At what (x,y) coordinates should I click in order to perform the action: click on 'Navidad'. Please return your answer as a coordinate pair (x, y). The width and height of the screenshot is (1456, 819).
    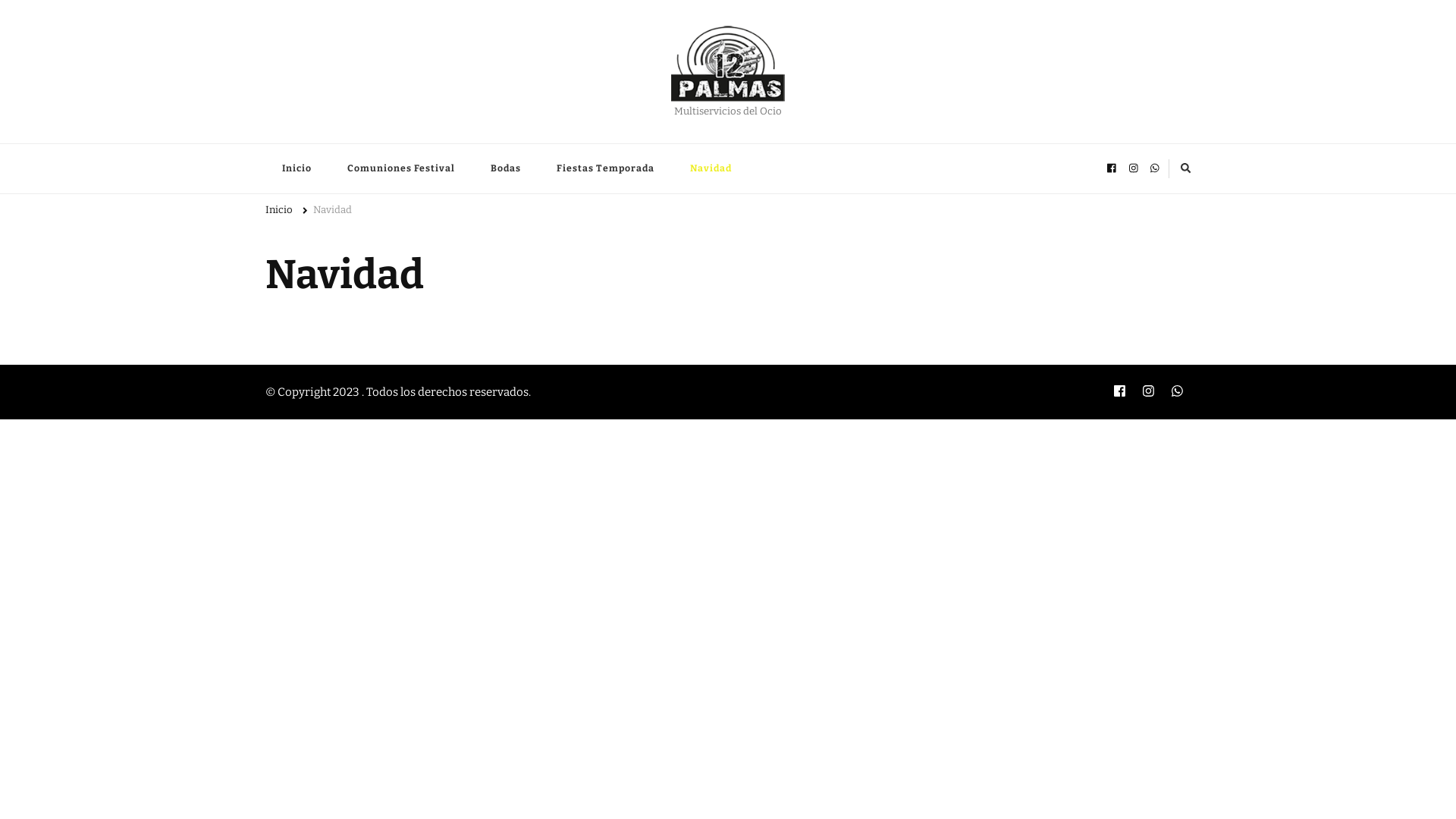
    Looking at the image, I should click on (312, 212).